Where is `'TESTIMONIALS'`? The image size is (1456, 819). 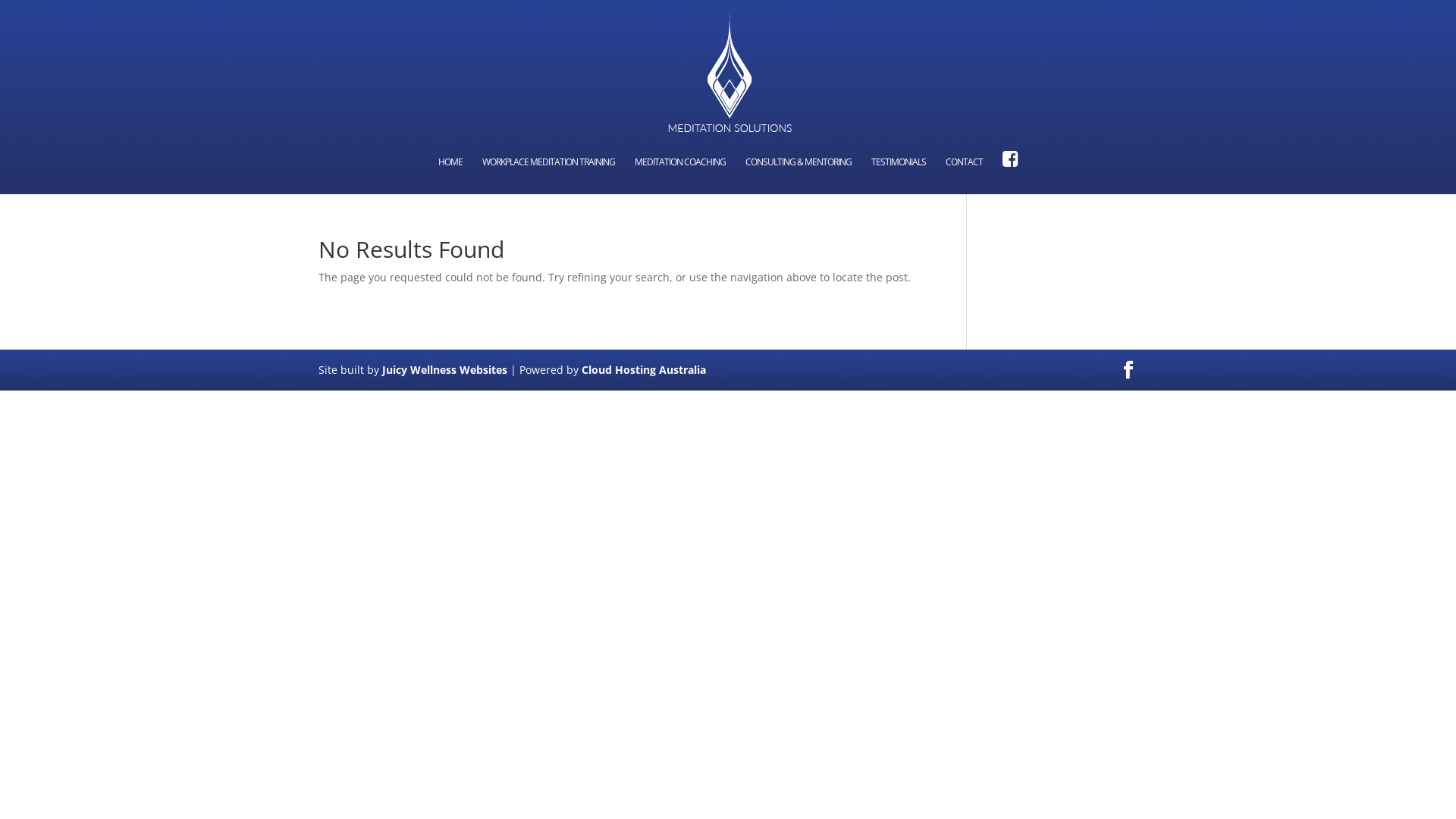
'TESTIMONIALS' is located at coordinates (899, 174).